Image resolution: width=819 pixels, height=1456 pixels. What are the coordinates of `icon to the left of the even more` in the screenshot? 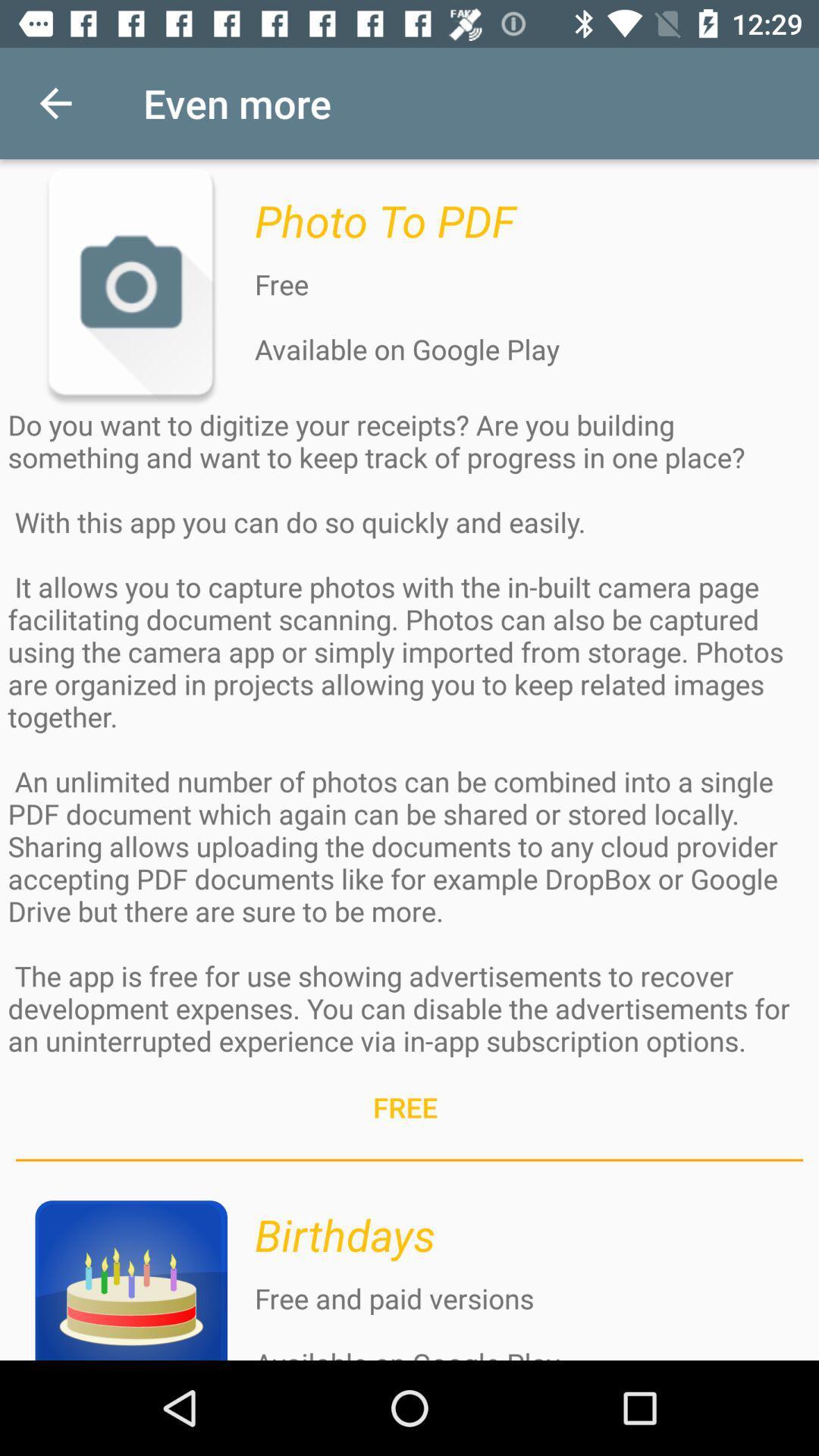 It's located at (55, 102).